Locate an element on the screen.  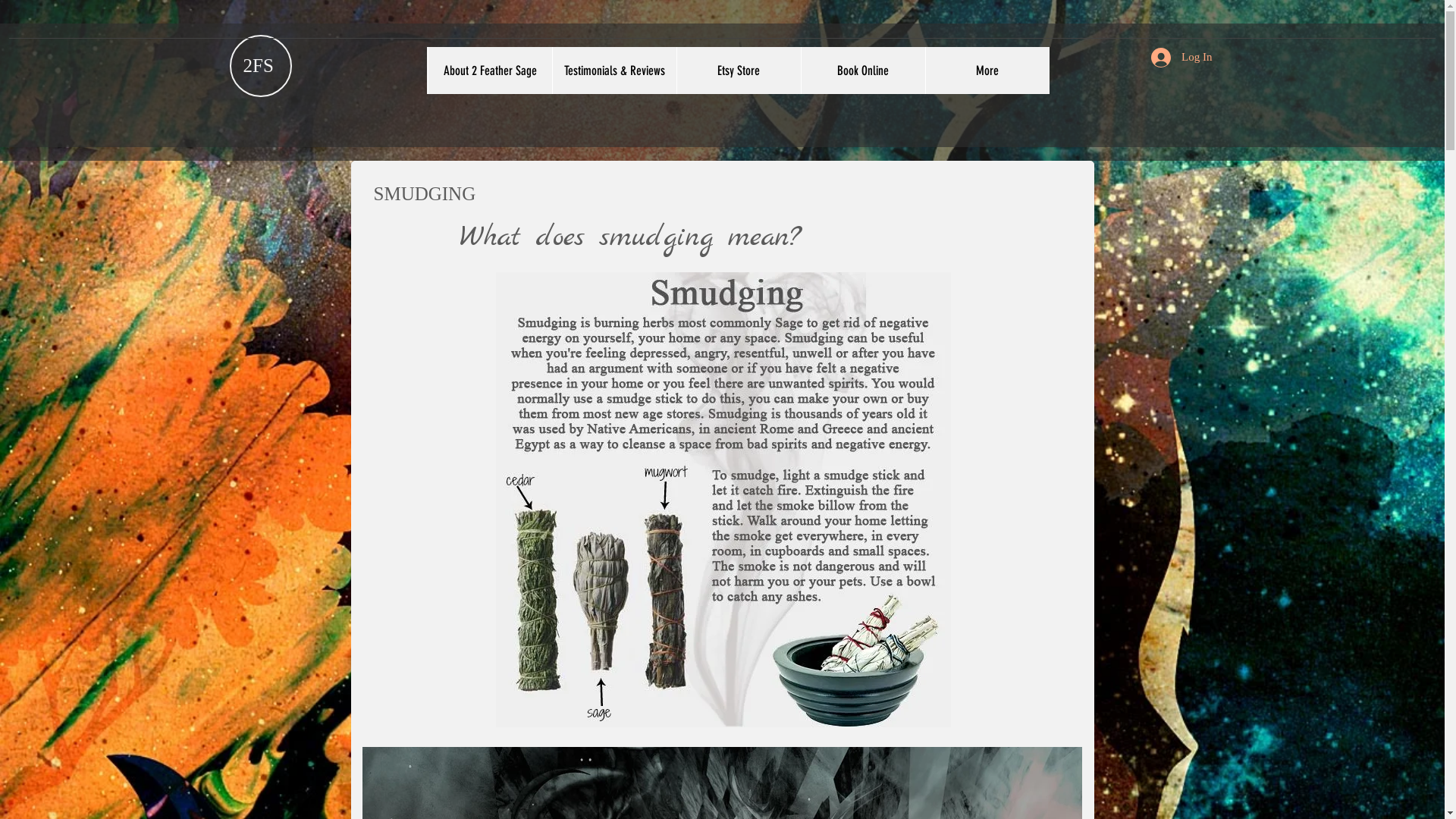
'Book Online' is located at coordinates (862, 70).